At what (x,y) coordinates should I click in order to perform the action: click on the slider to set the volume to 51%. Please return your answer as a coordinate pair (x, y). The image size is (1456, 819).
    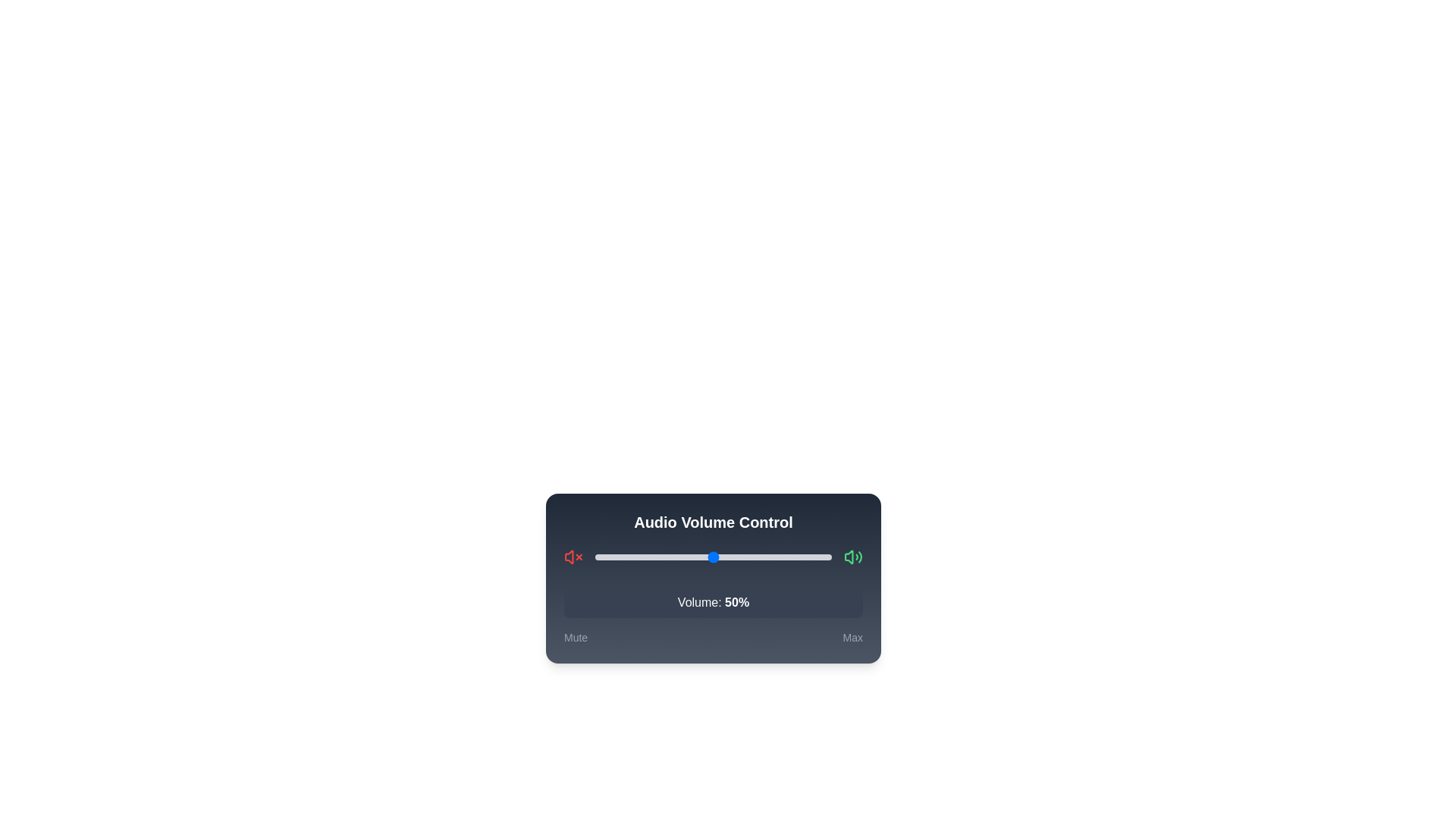
    Looking at the image, I should click on (714, 557).